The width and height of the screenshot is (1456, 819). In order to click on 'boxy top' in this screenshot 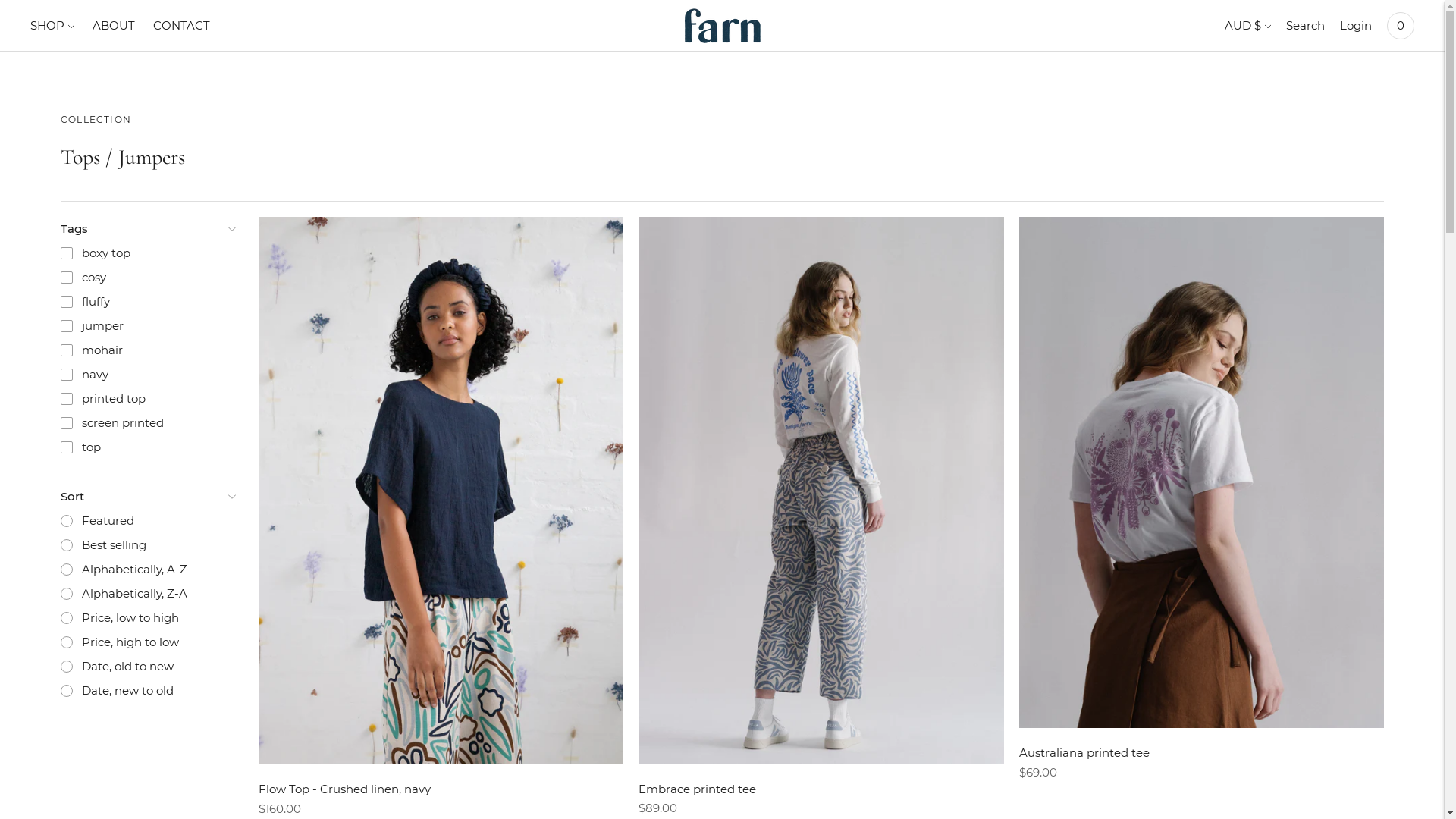, I will do `click(147, 253)`.